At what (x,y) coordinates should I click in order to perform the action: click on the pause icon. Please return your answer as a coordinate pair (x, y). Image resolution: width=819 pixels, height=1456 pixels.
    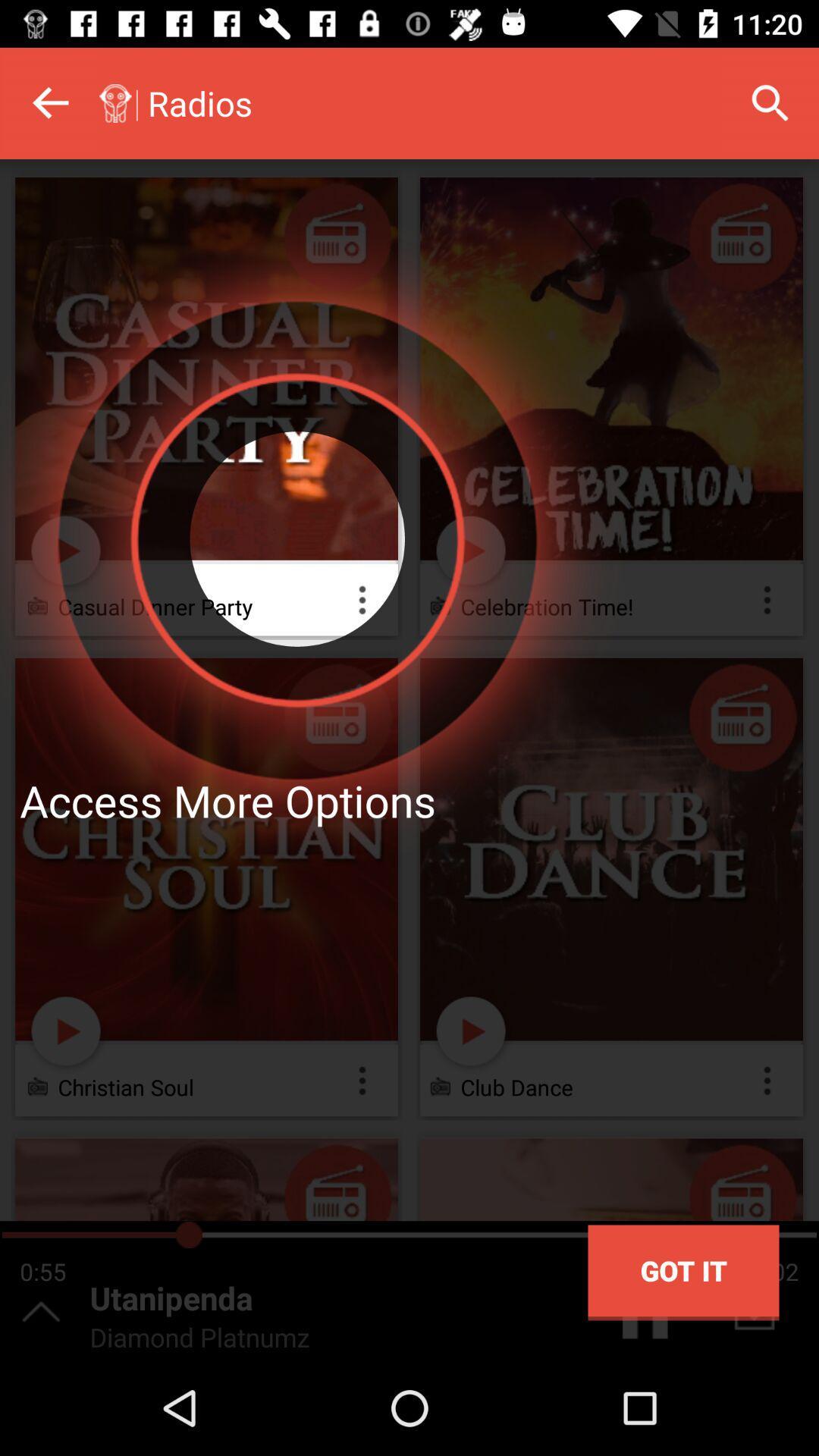
    Looking at the image, I should click on (648, 1314).